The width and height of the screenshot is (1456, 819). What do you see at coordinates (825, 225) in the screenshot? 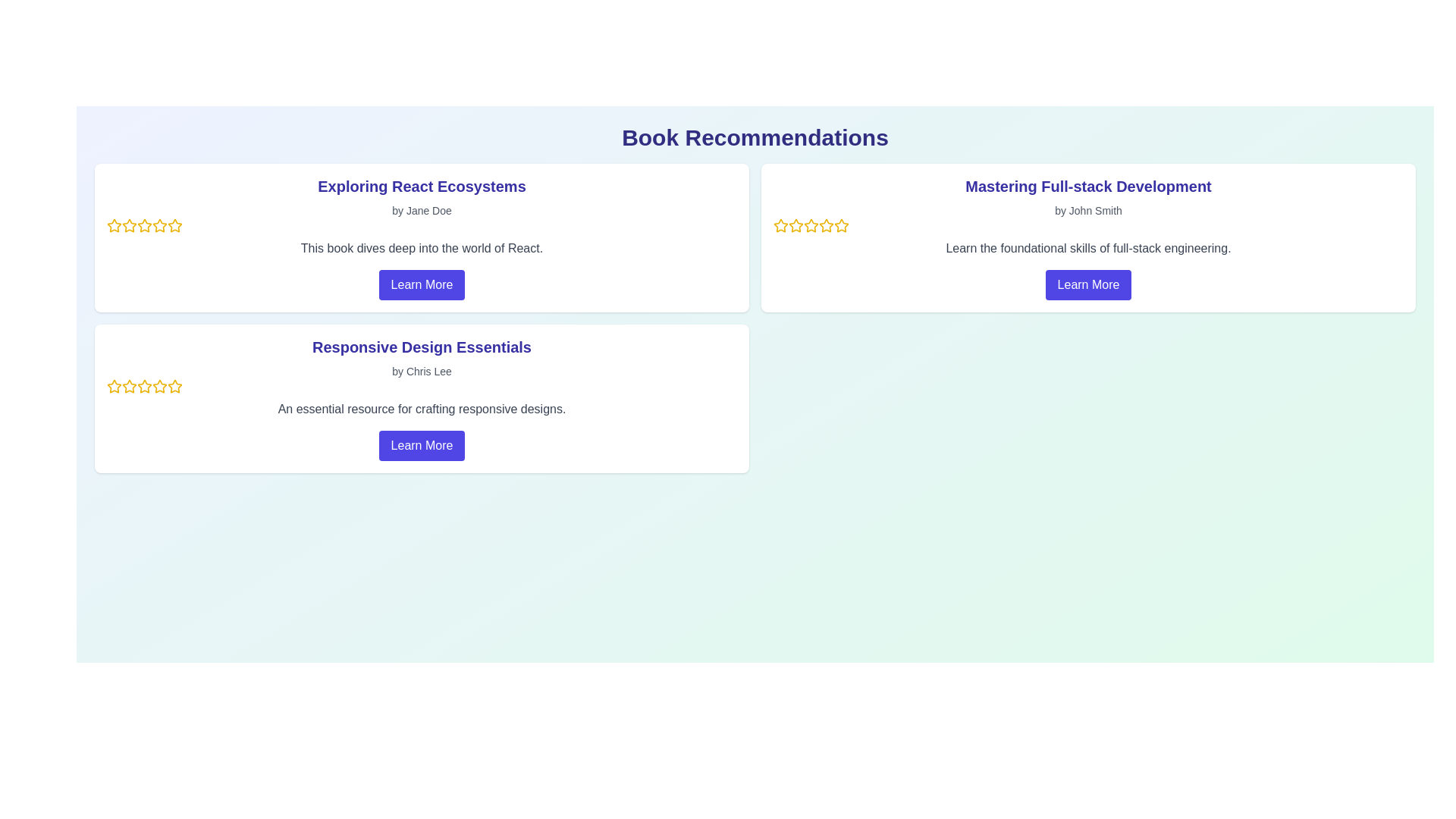
I see `the third star icon` at bounding box center [825, 225].